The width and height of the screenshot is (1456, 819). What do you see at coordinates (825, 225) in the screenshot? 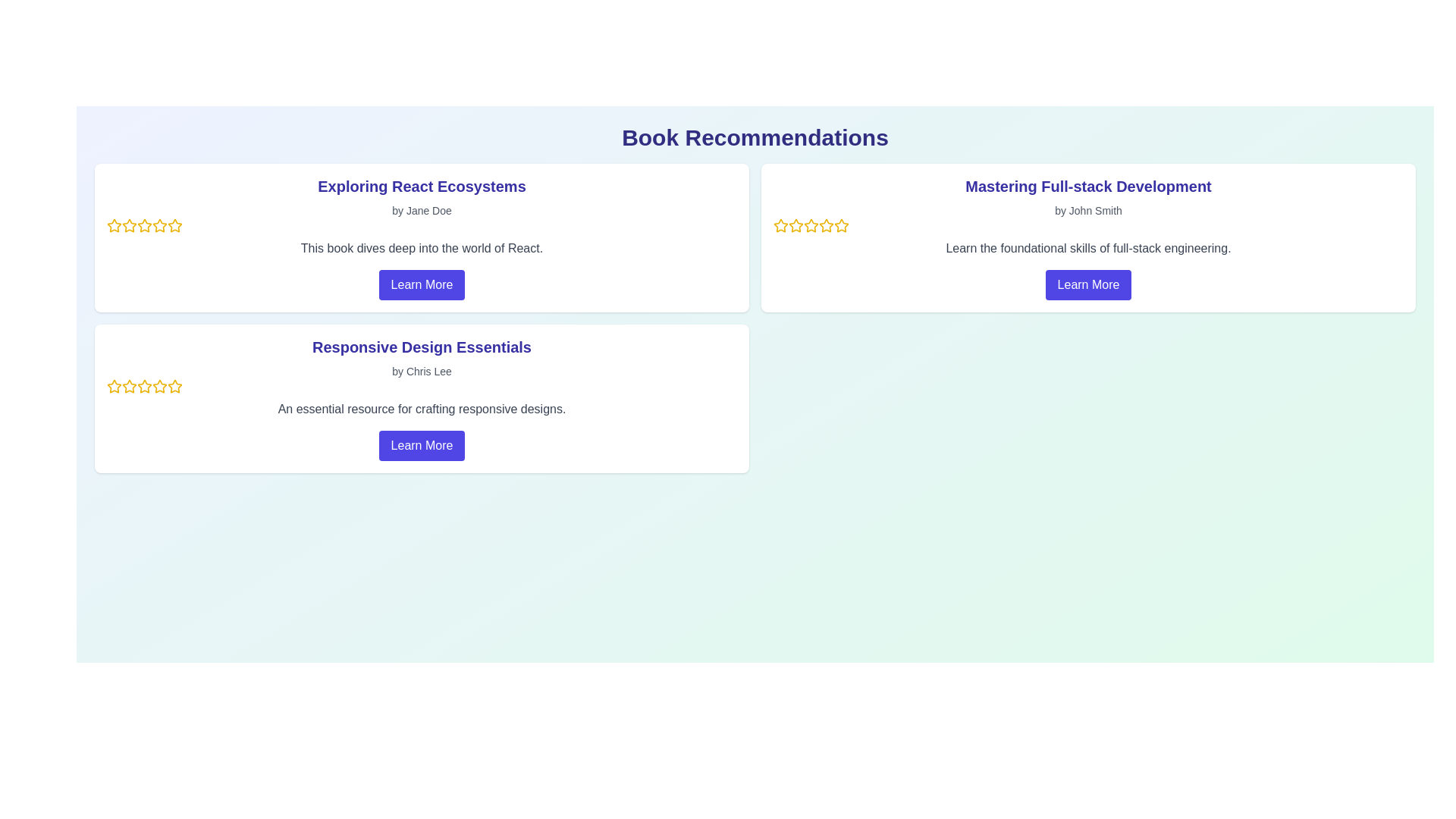
I see `the third star icon` at bounding box center [825, 225].